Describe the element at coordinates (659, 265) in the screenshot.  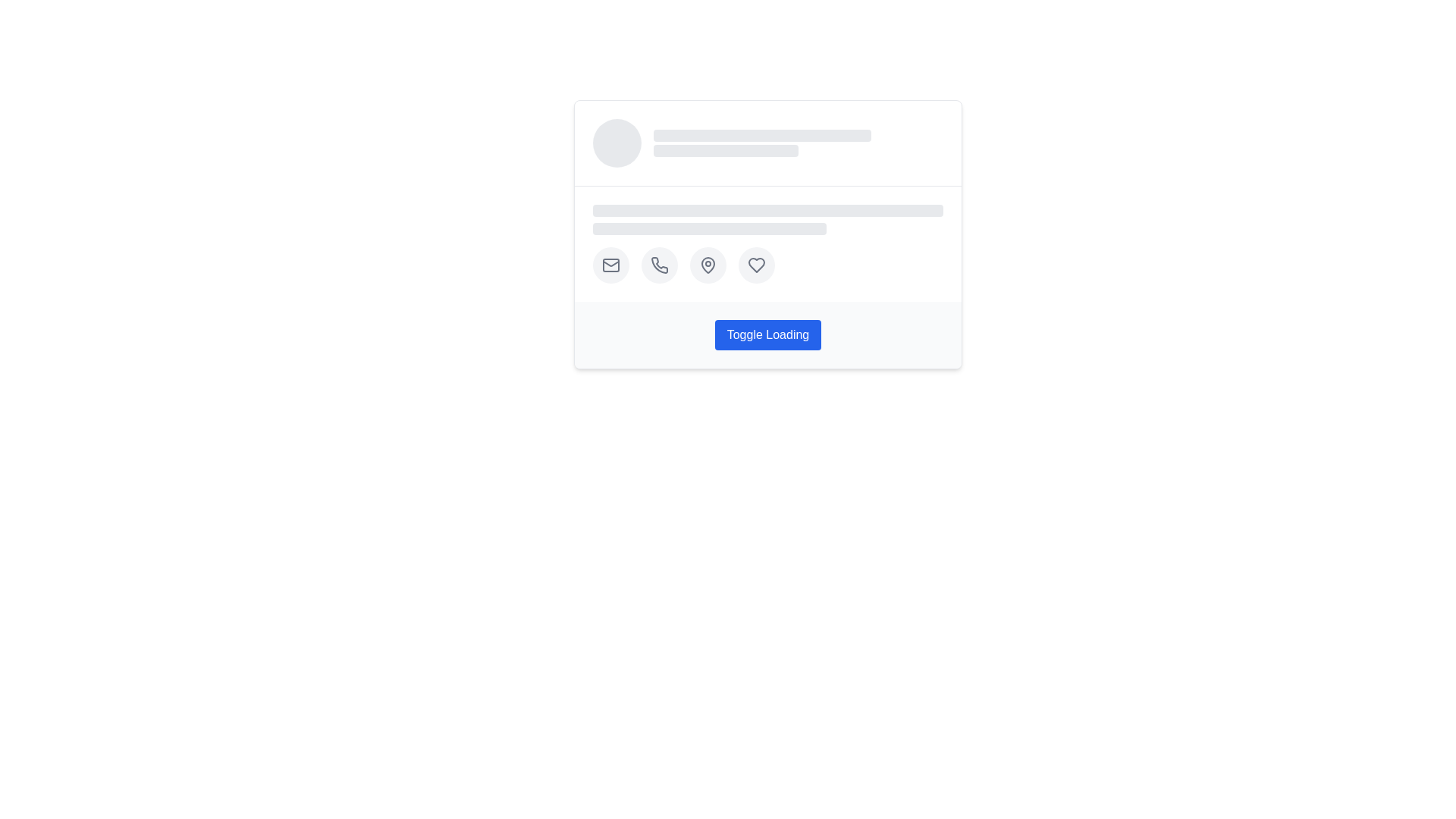
I see `the rounded phone icon button with a gray outline` at that location.